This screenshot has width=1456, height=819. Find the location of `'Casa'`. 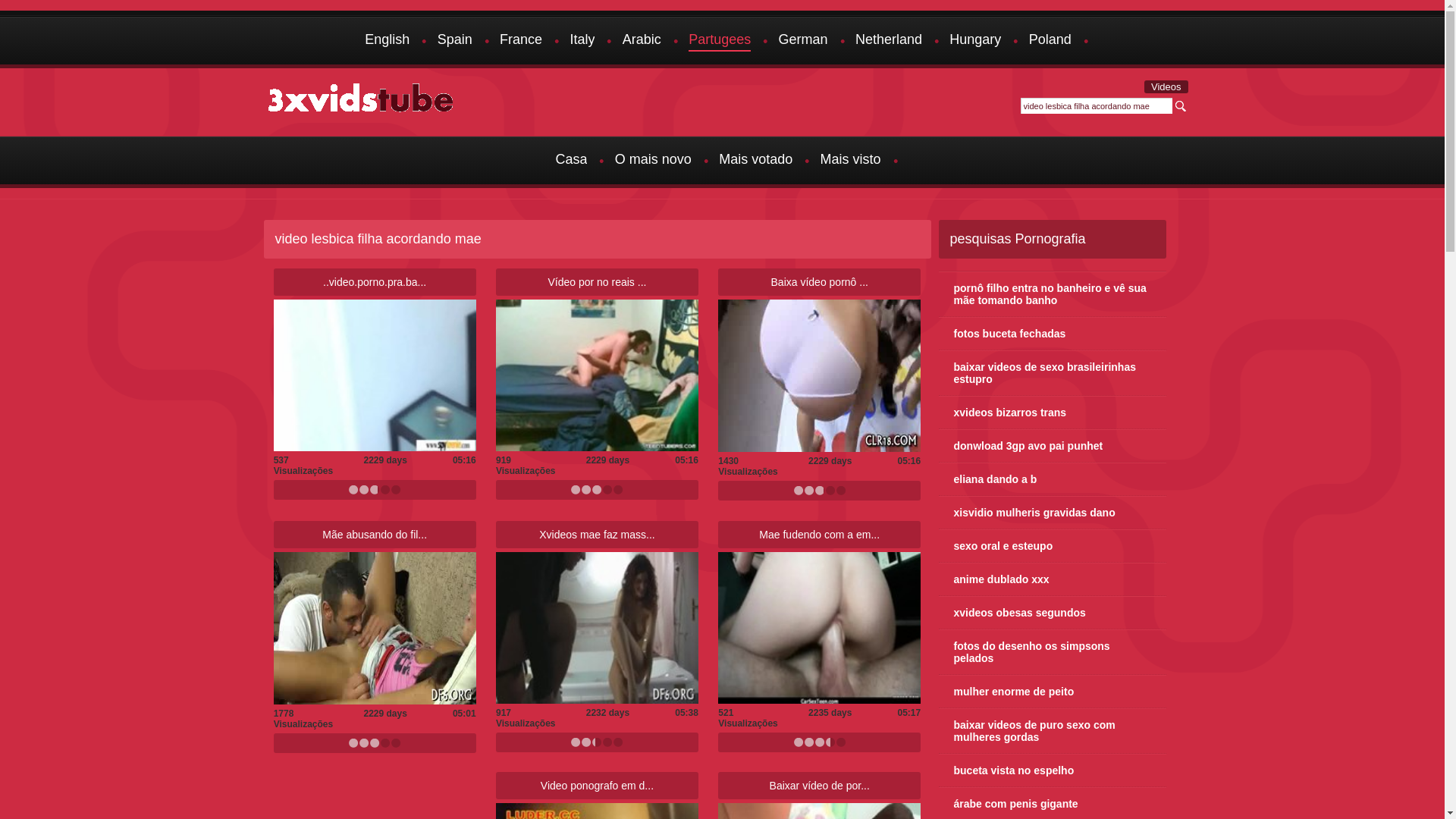

'Casa' is located at coordinates (570, 161).